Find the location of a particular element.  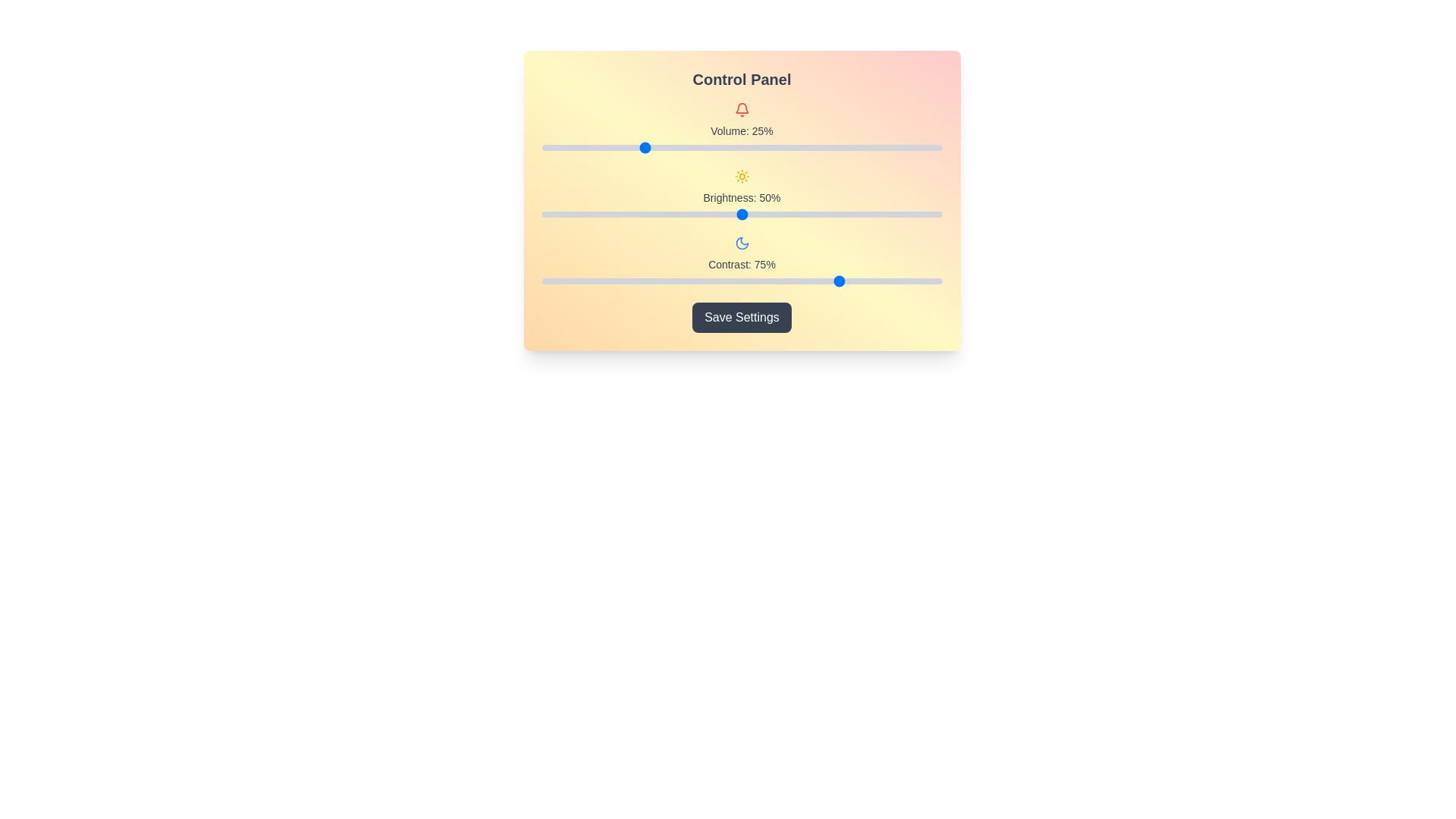

brightness is located at coordinates (937, 214).